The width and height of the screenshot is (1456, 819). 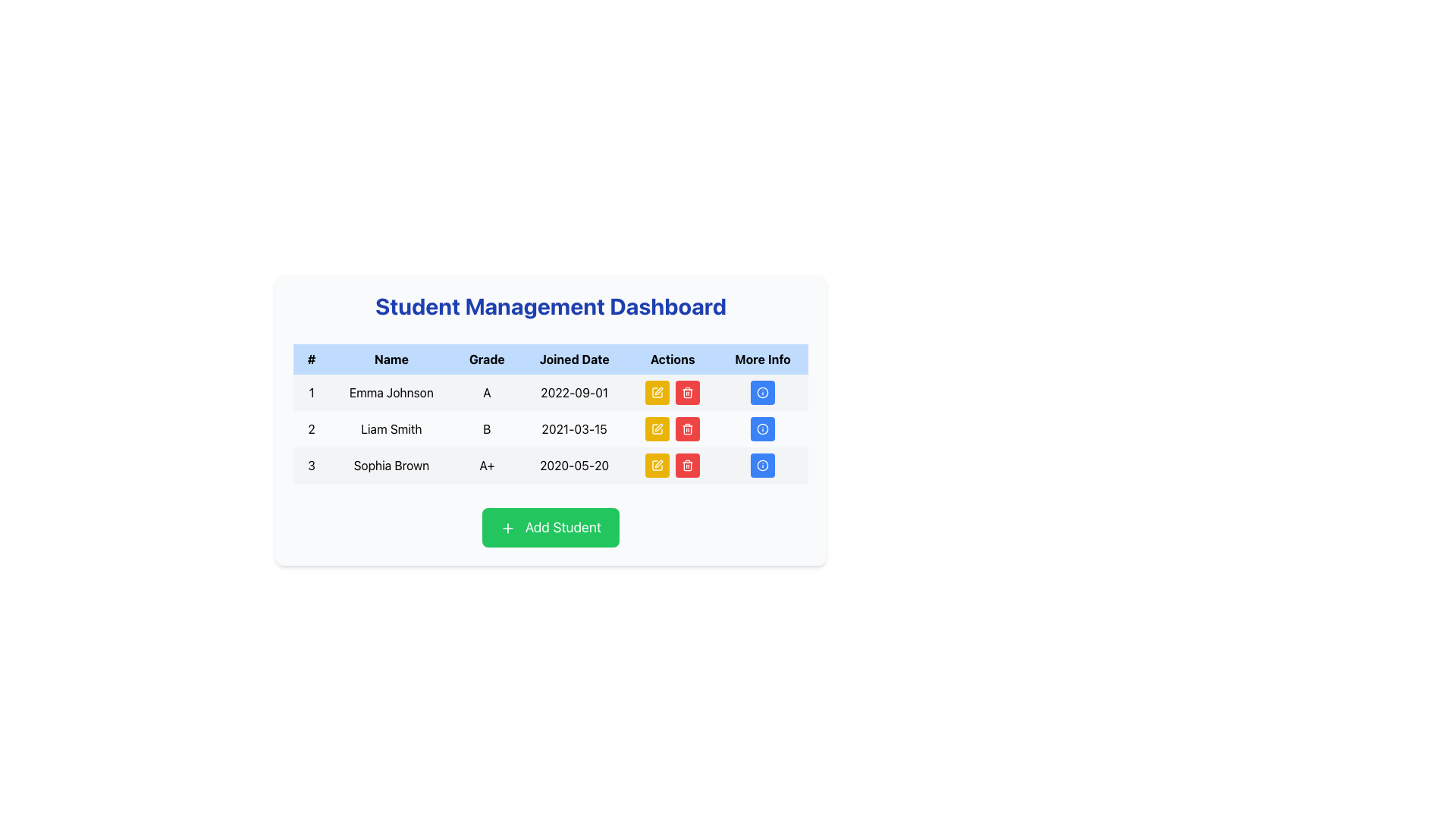 What do you see at coordinates (657, 391) in the screenshot?
I see `the pen icon button located in the 'Actions' column of the first row in the student information table to indicate interactivity` at bounding box center [657, 391].